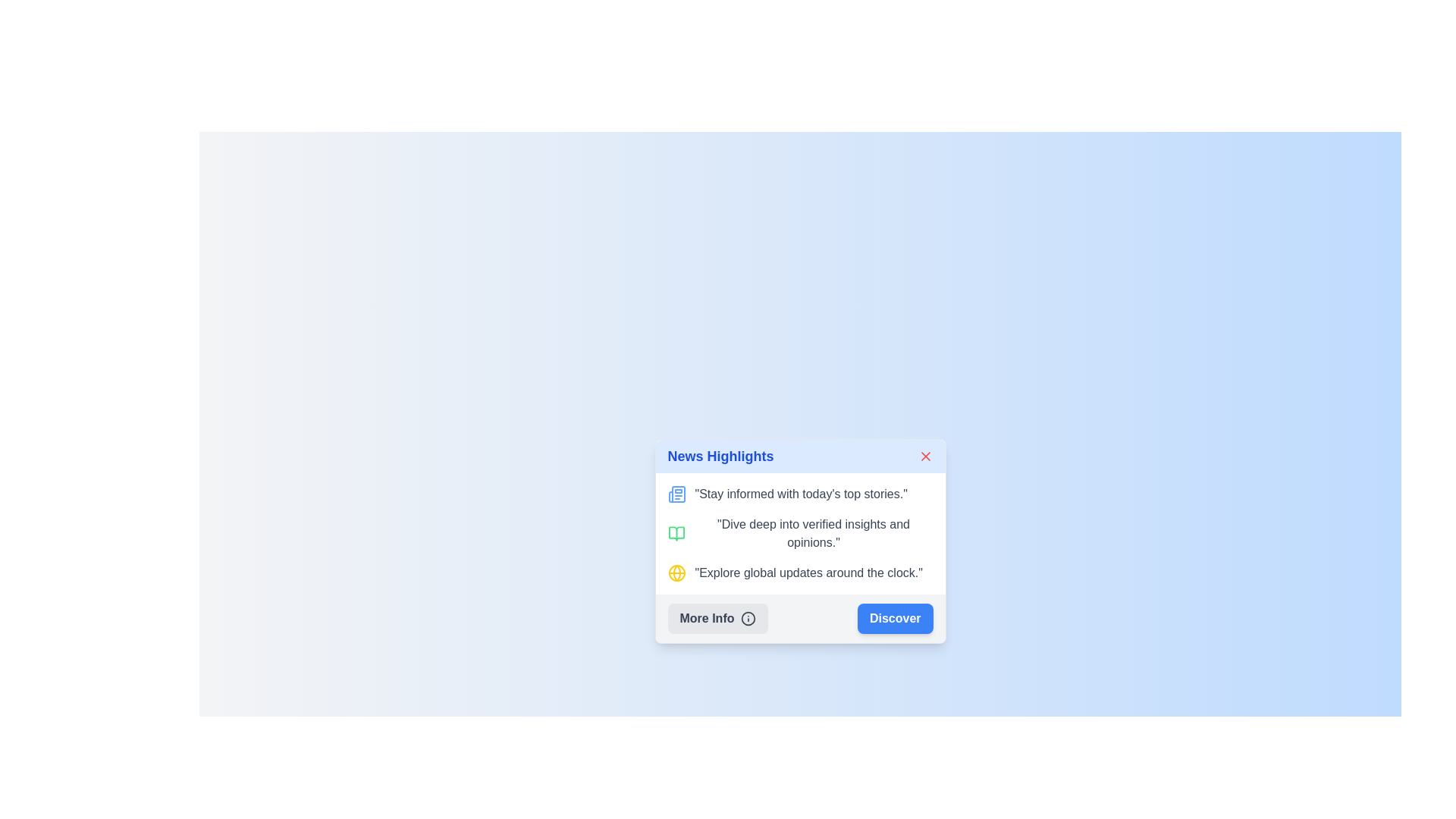 This screenshot has width=1456, height=819. Describe the element at coordinates (924, 455) in the screenshot. I see `the close icon located at the upper-right corner of the 'News Highlights' card` at that location.